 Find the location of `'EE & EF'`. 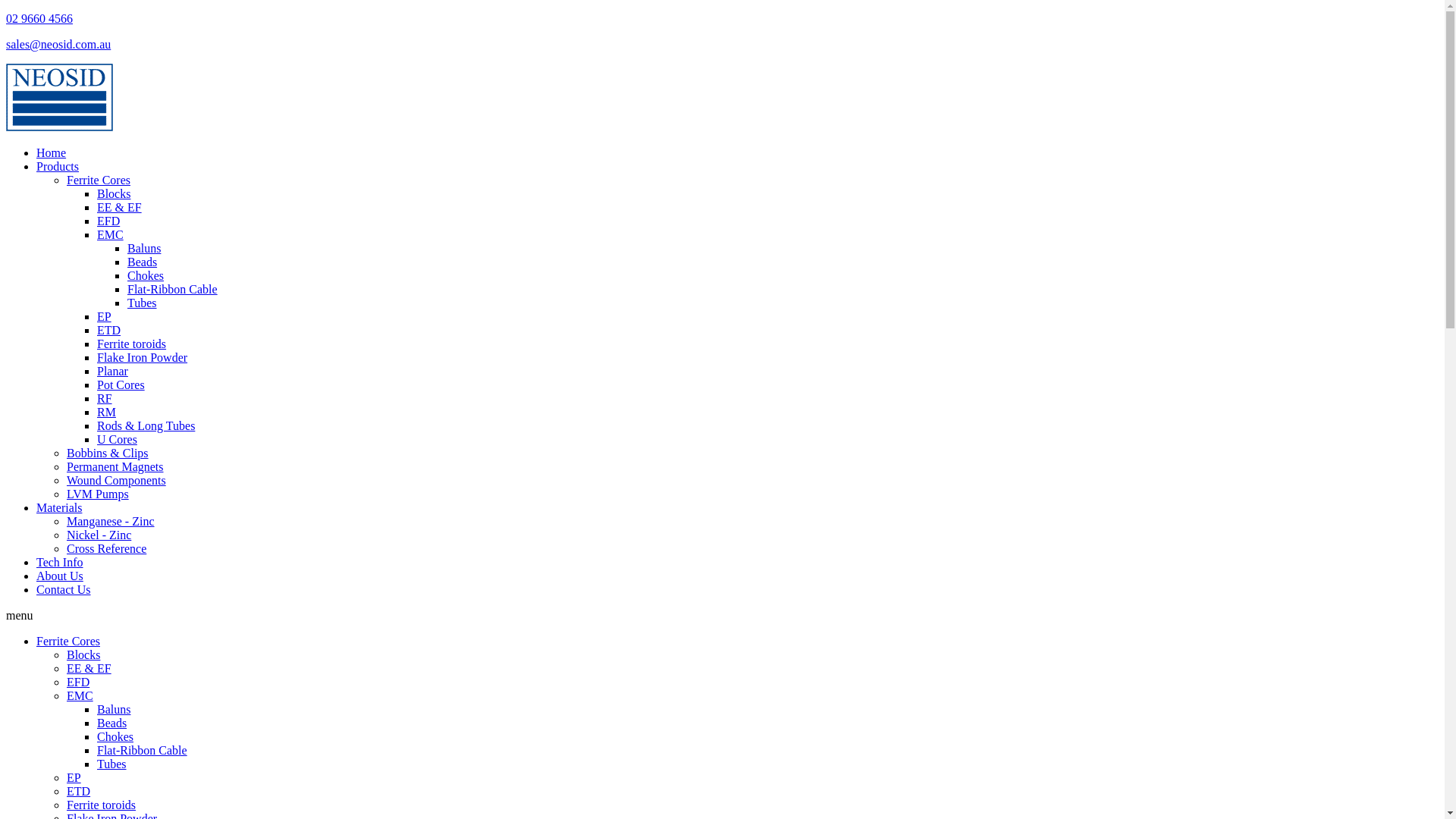

'EE & EF' is located at coordinates (118, 207).